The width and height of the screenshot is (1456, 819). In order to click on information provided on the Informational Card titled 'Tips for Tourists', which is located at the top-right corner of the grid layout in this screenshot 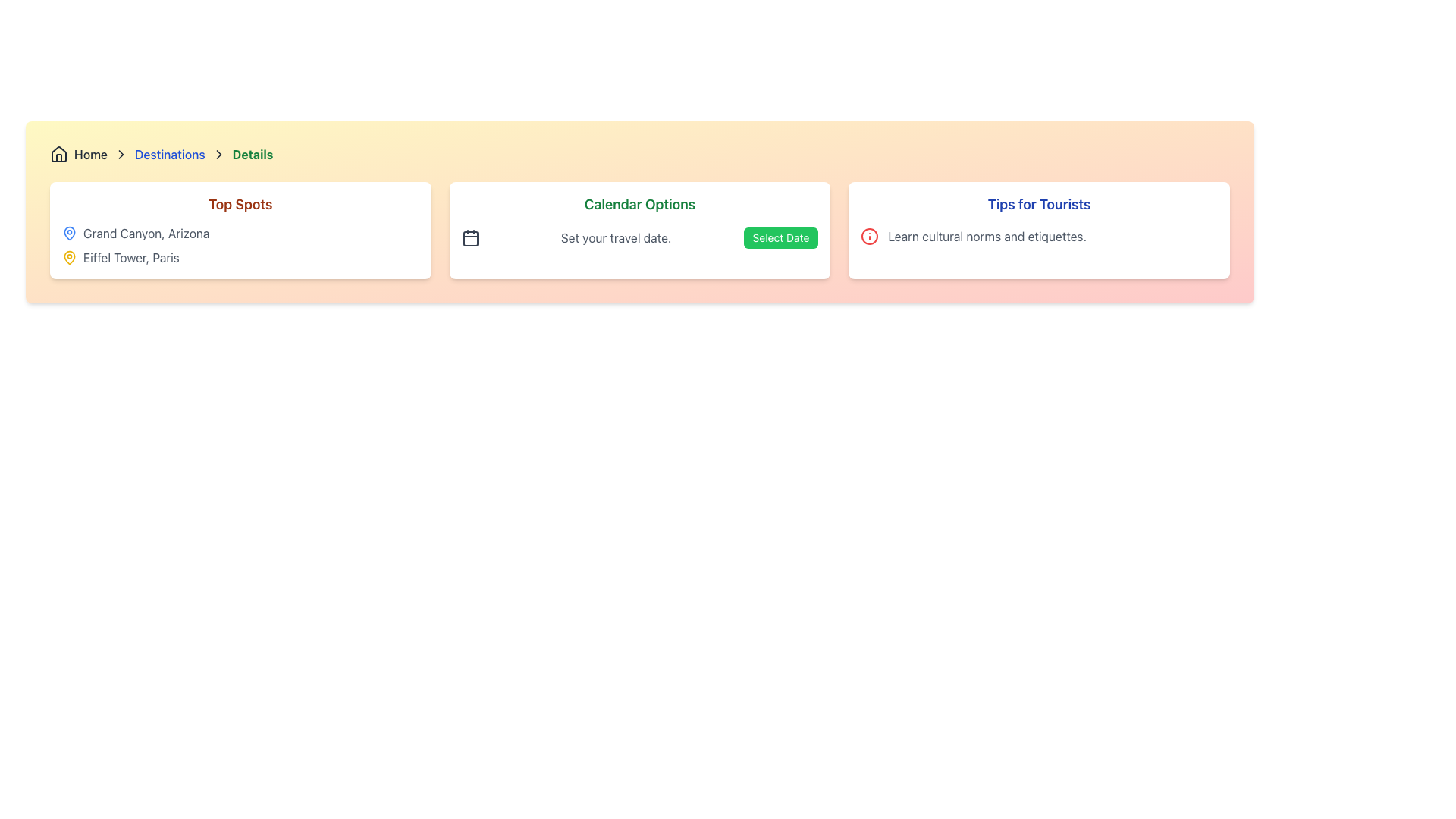, I will do `click(1038, 231)`.